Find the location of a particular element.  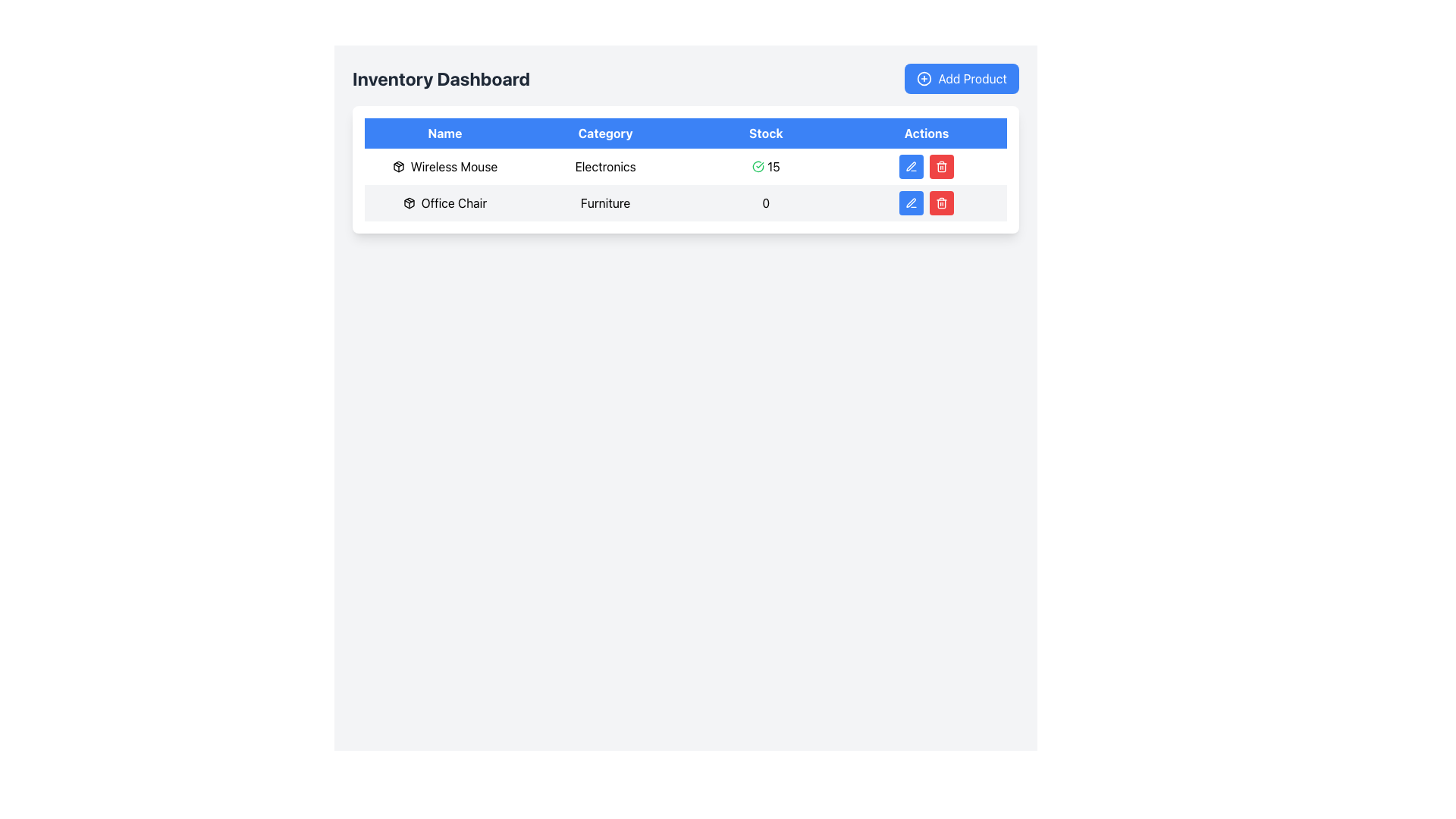

the 'Wireless Mouse' text label with an icon located in the first row under the 'Name' column of the 'Inventory Dashboard' is located at coordinates (444, 166).